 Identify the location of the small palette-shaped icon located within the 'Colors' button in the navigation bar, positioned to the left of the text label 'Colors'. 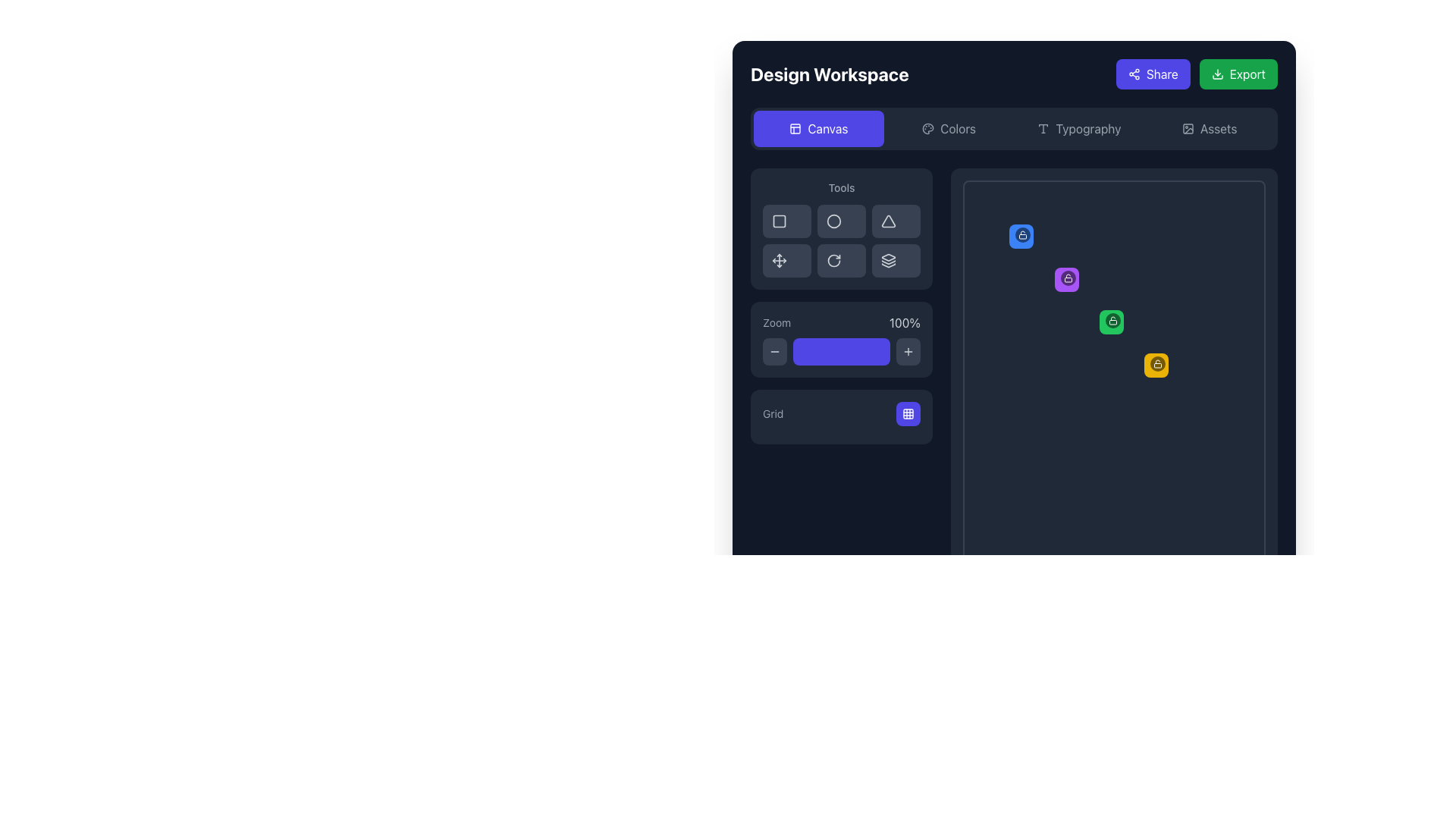
(927, 127).